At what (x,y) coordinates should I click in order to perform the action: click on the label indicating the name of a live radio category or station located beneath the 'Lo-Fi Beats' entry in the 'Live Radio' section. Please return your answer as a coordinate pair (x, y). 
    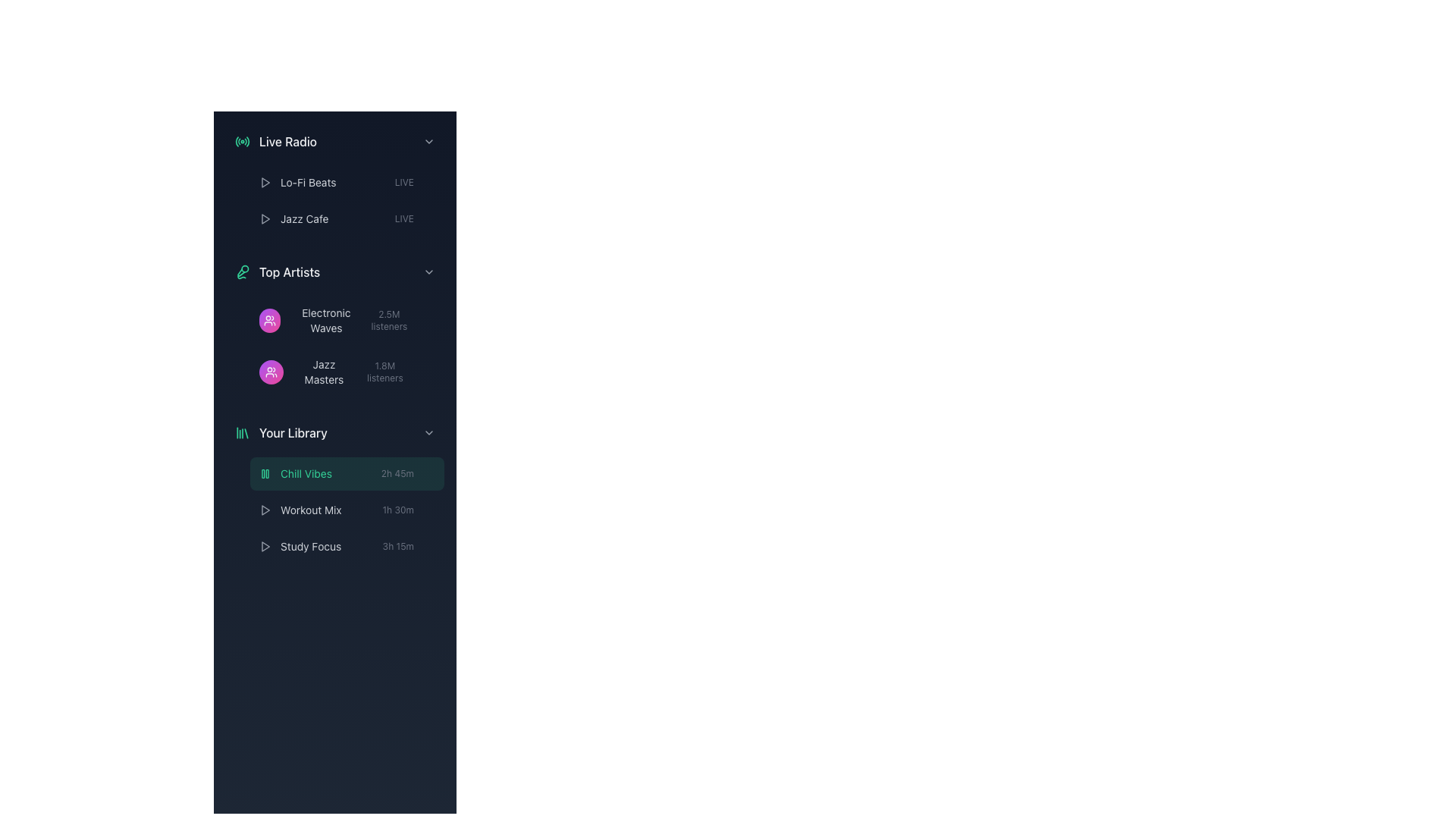
    Looking at the image, I should click on (303, 219).